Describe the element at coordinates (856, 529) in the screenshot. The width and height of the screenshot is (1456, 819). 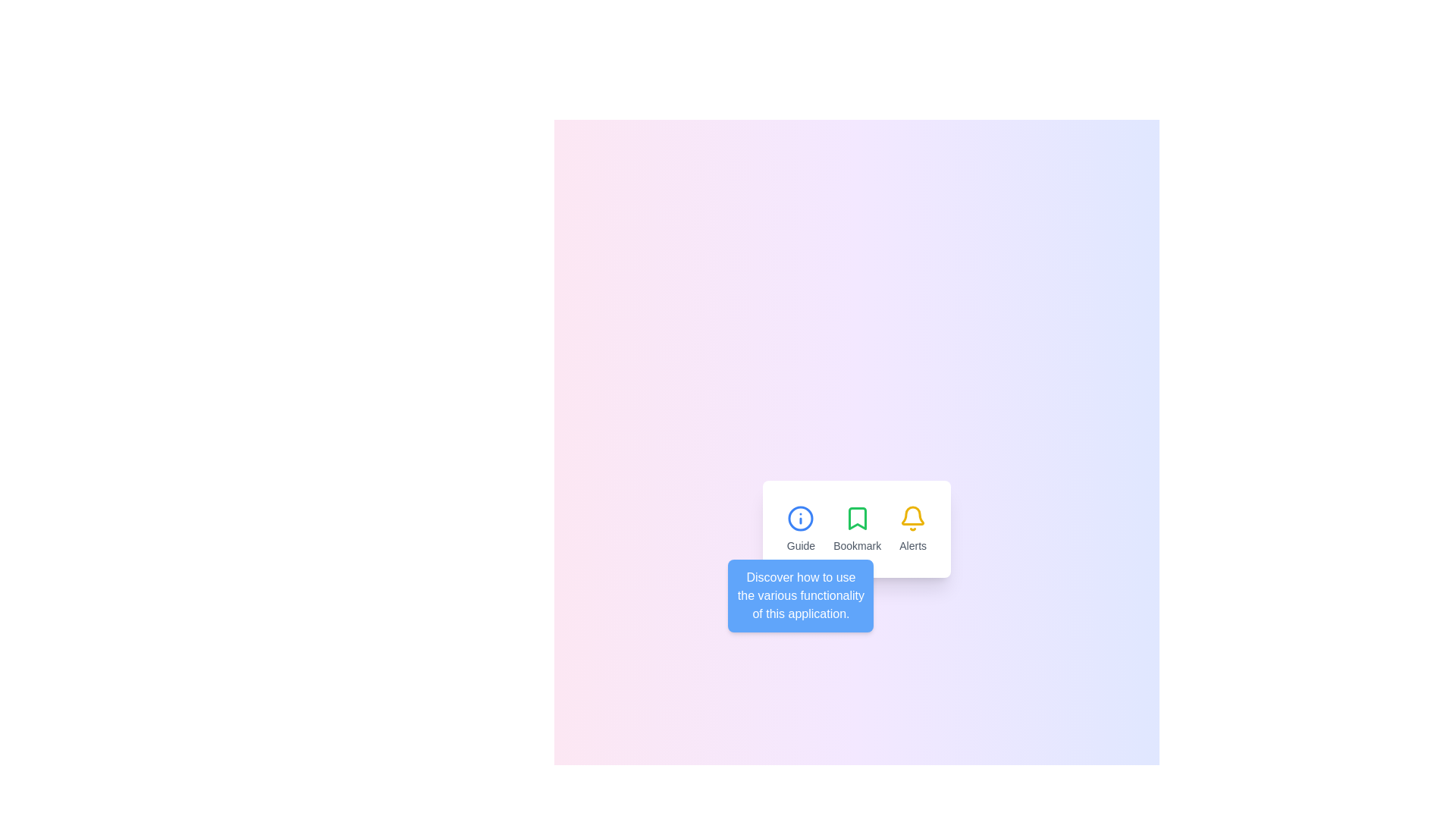
I see `the second icon with a label that represents bookmarking or saving items, centrally positioned within a light-themed card-like background` at that location.